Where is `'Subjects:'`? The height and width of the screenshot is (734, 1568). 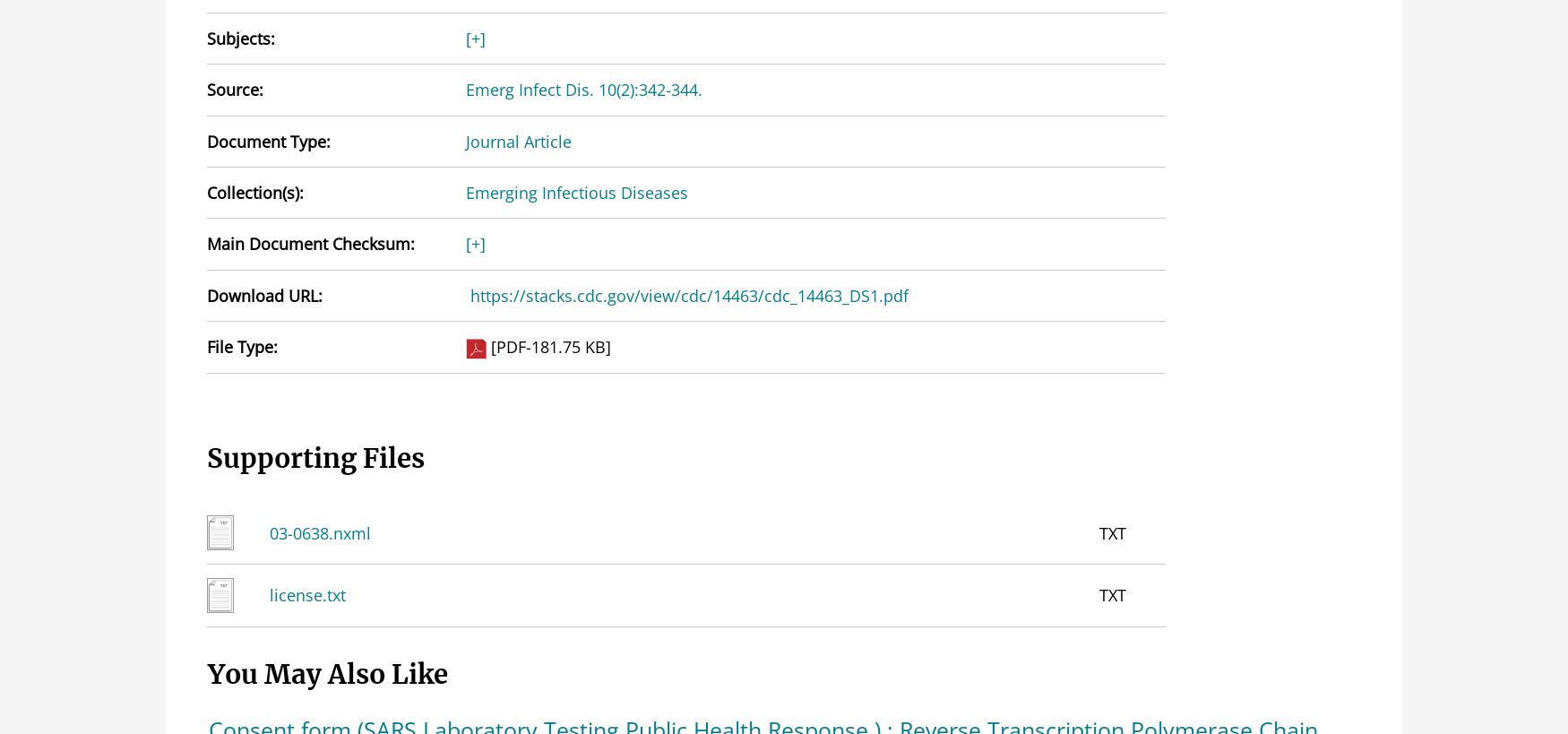 'Subjects:' is located at coordinates (239, 37).